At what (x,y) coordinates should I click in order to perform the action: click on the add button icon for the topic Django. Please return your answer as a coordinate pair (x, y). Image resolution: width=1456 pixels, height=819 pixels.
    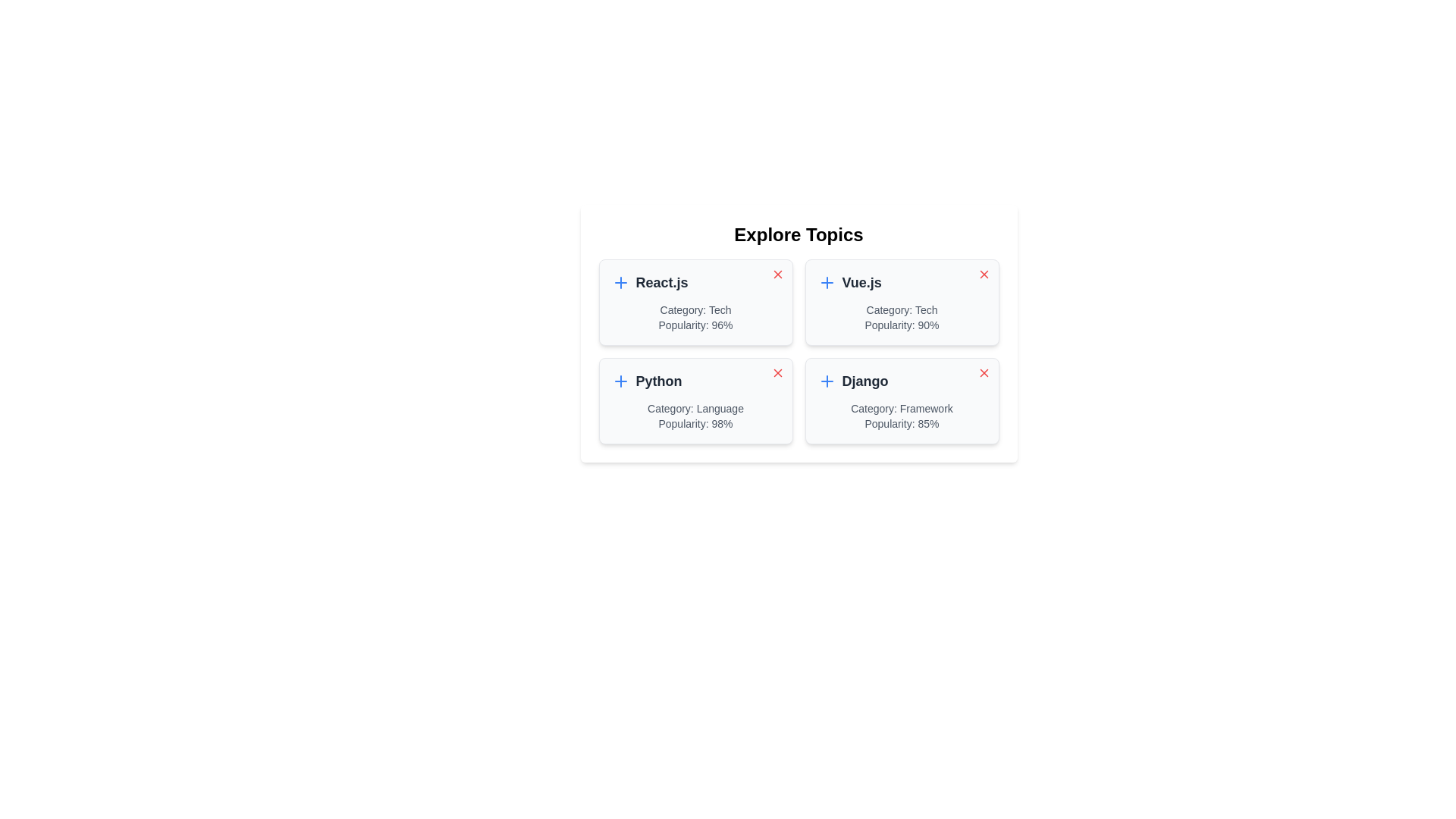
    Looking at the image, I should click on (826, 380).